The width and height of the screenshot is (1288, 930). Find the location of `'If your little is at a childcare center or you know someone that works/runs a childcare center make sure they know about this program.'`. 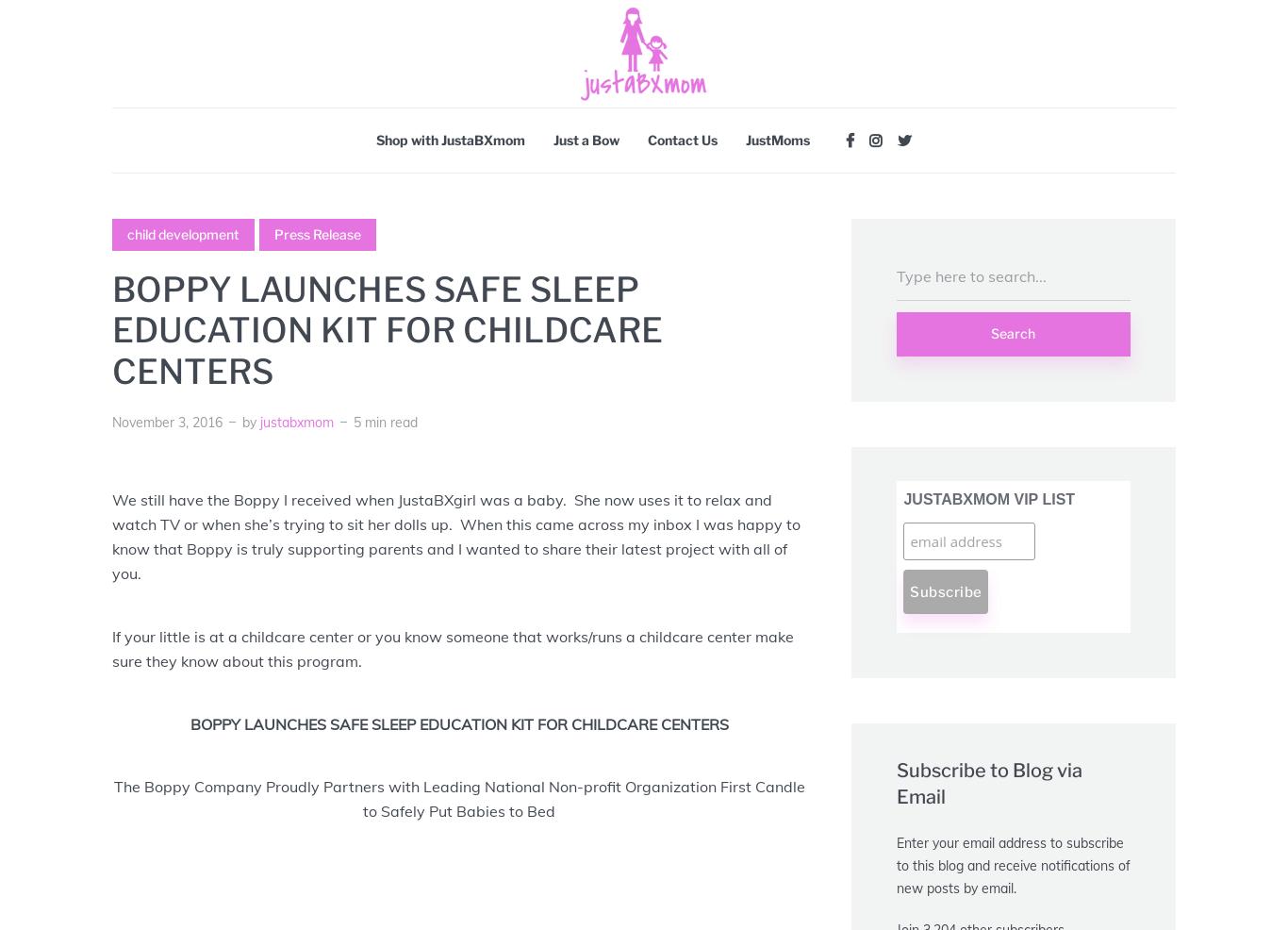

'If your little is at a childcare center or you know someone that works/runs a childcare center make sure they know about this program.' is located at coordinates (453, 647).